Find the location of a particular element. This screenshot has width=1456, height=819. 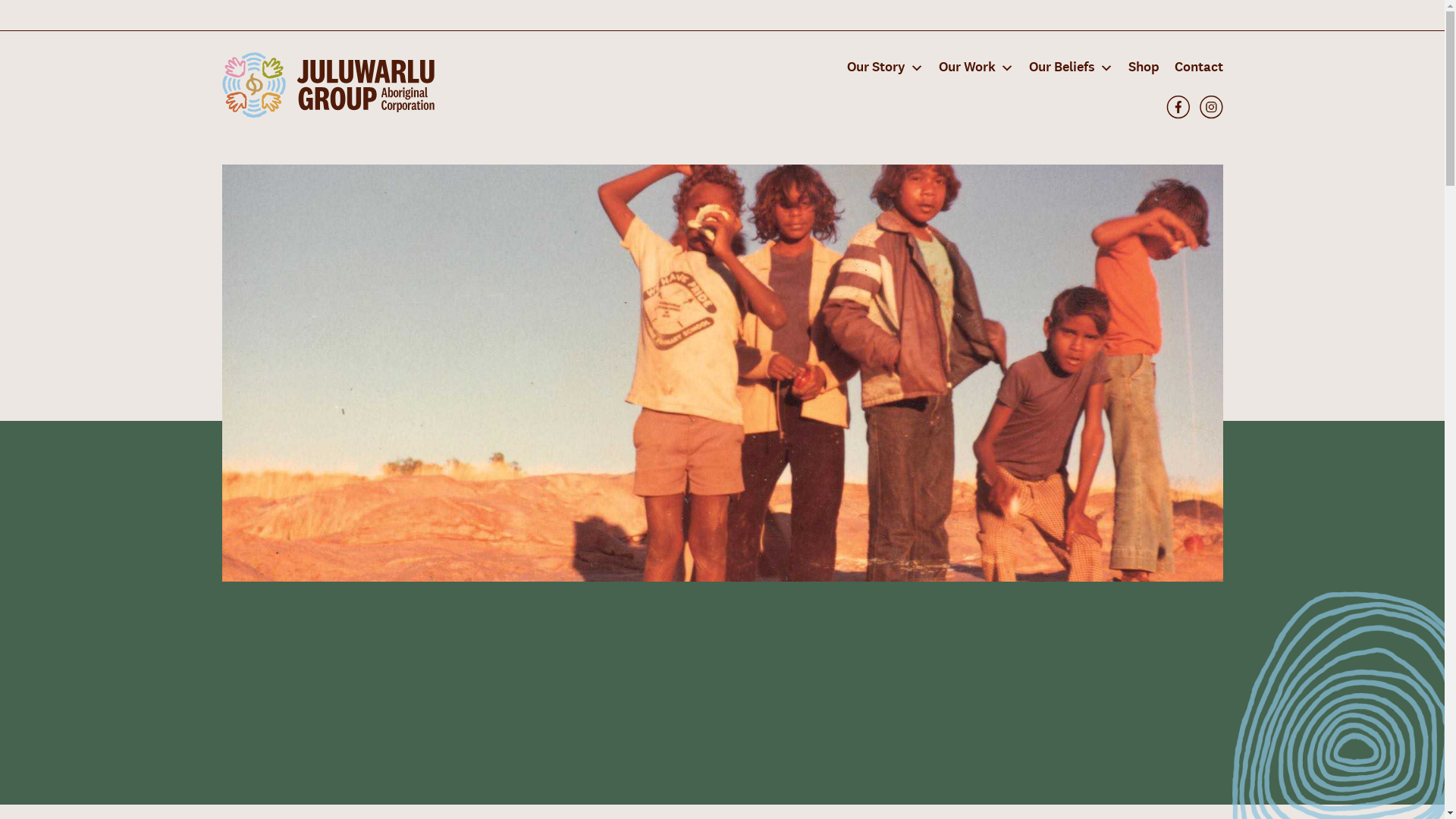

'Contact' is located at coordinates (1193, 66).